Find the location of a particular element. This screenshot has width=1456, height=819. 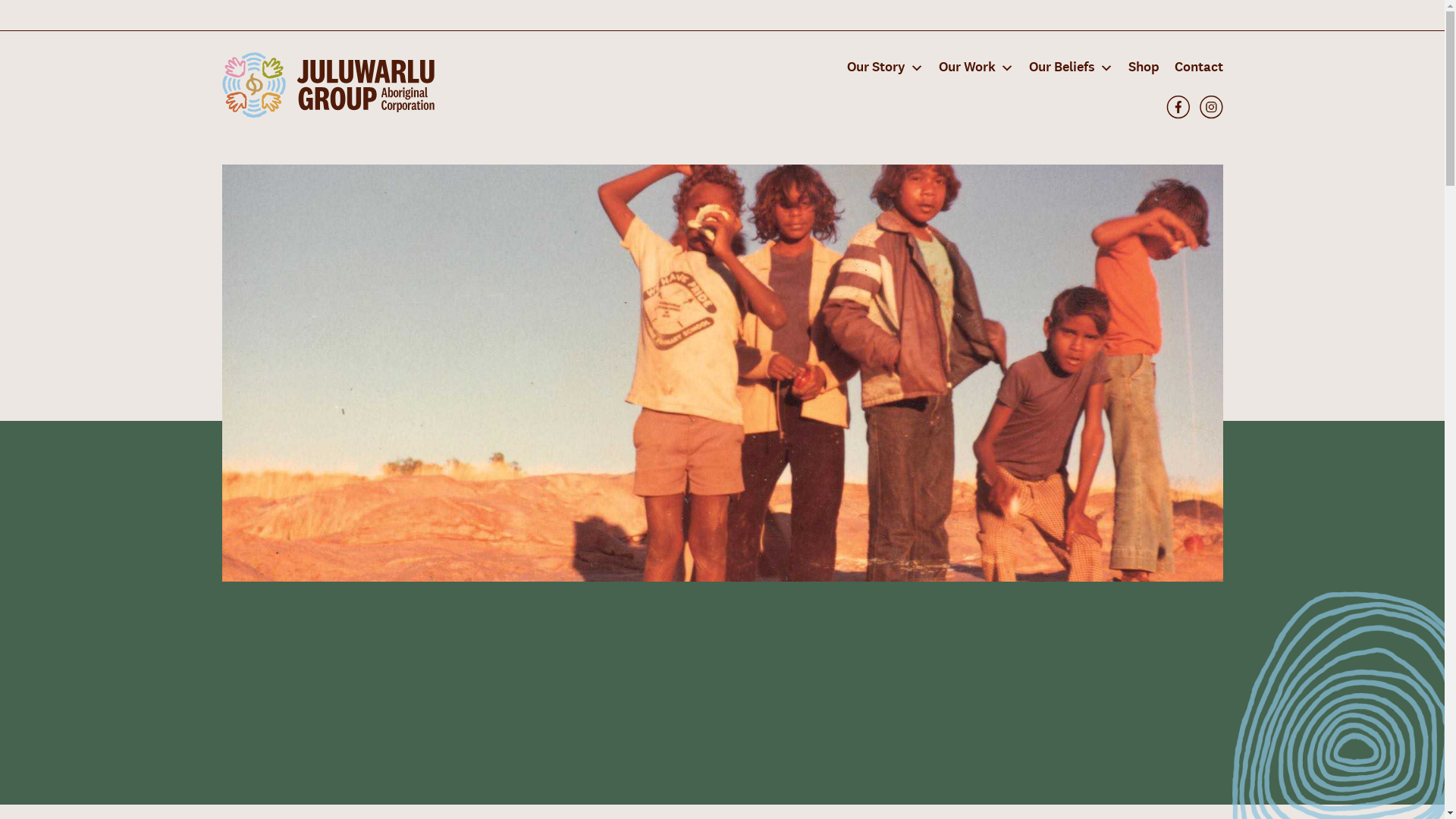

'Contact' is located at coordinates (1193, 66).